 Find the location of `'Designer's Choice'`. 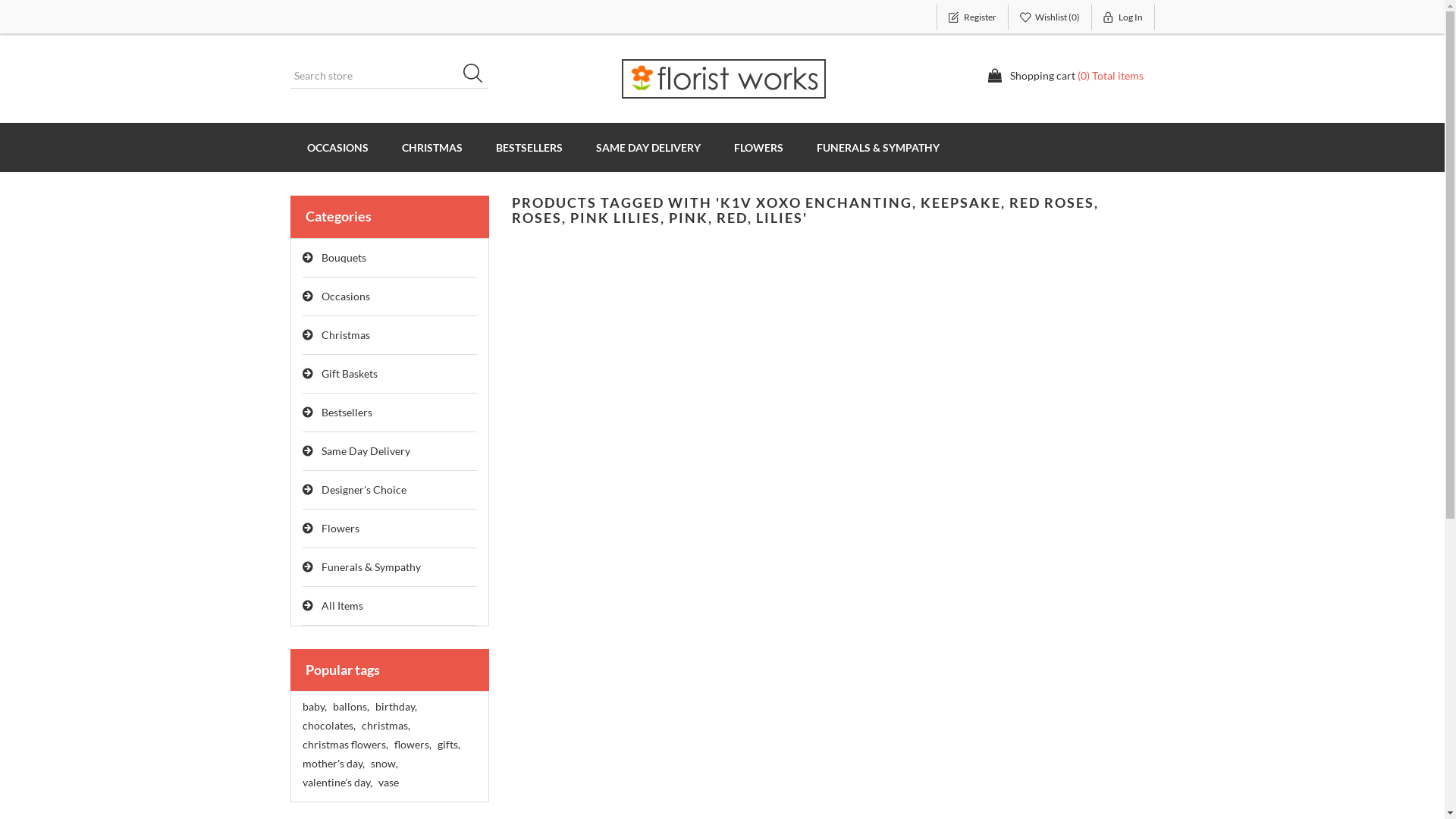

'Designer's Choice' is located at coordinates (389, 490).